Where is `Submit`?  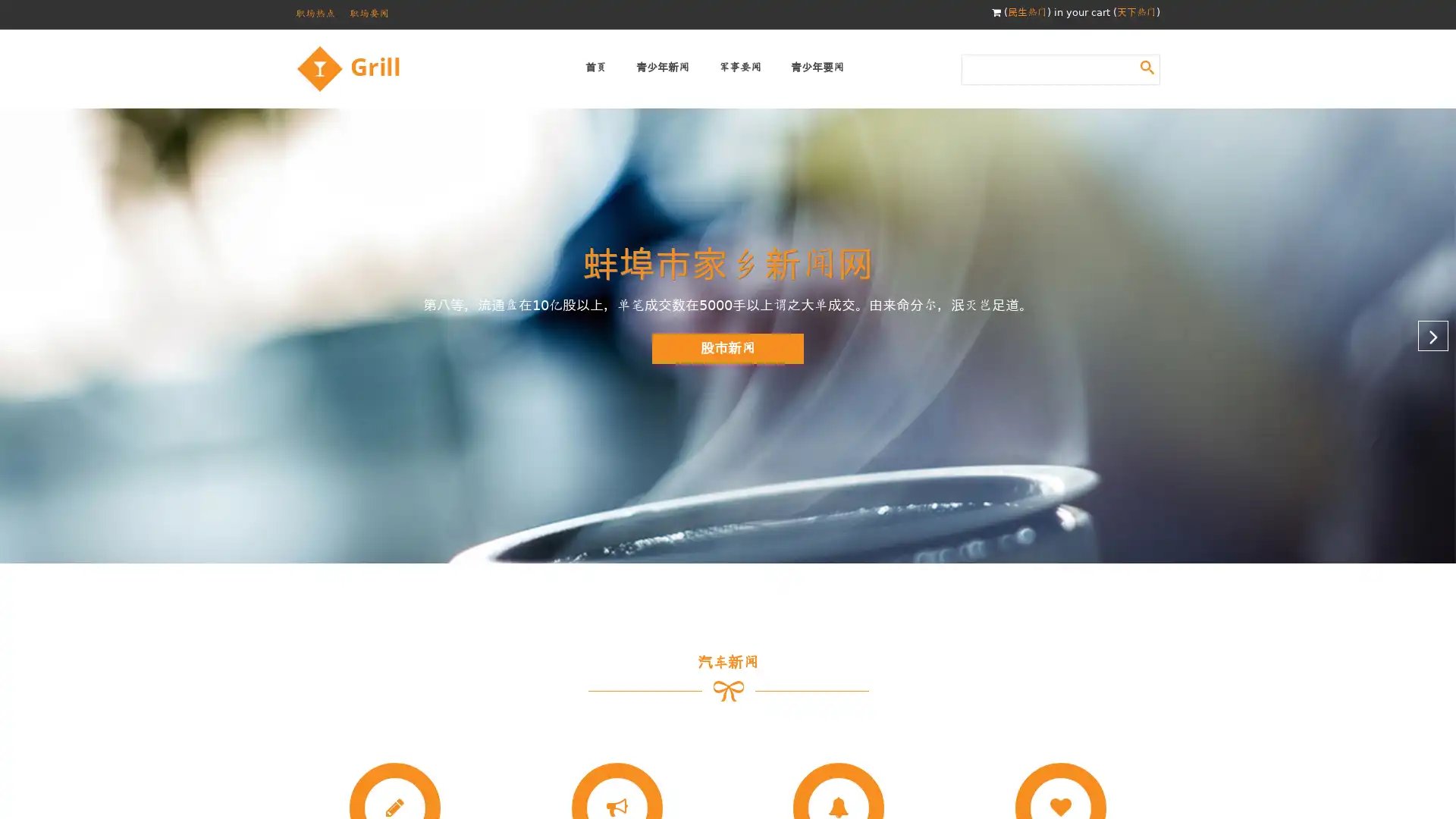 Submit is located at coordinates (1147, 66).